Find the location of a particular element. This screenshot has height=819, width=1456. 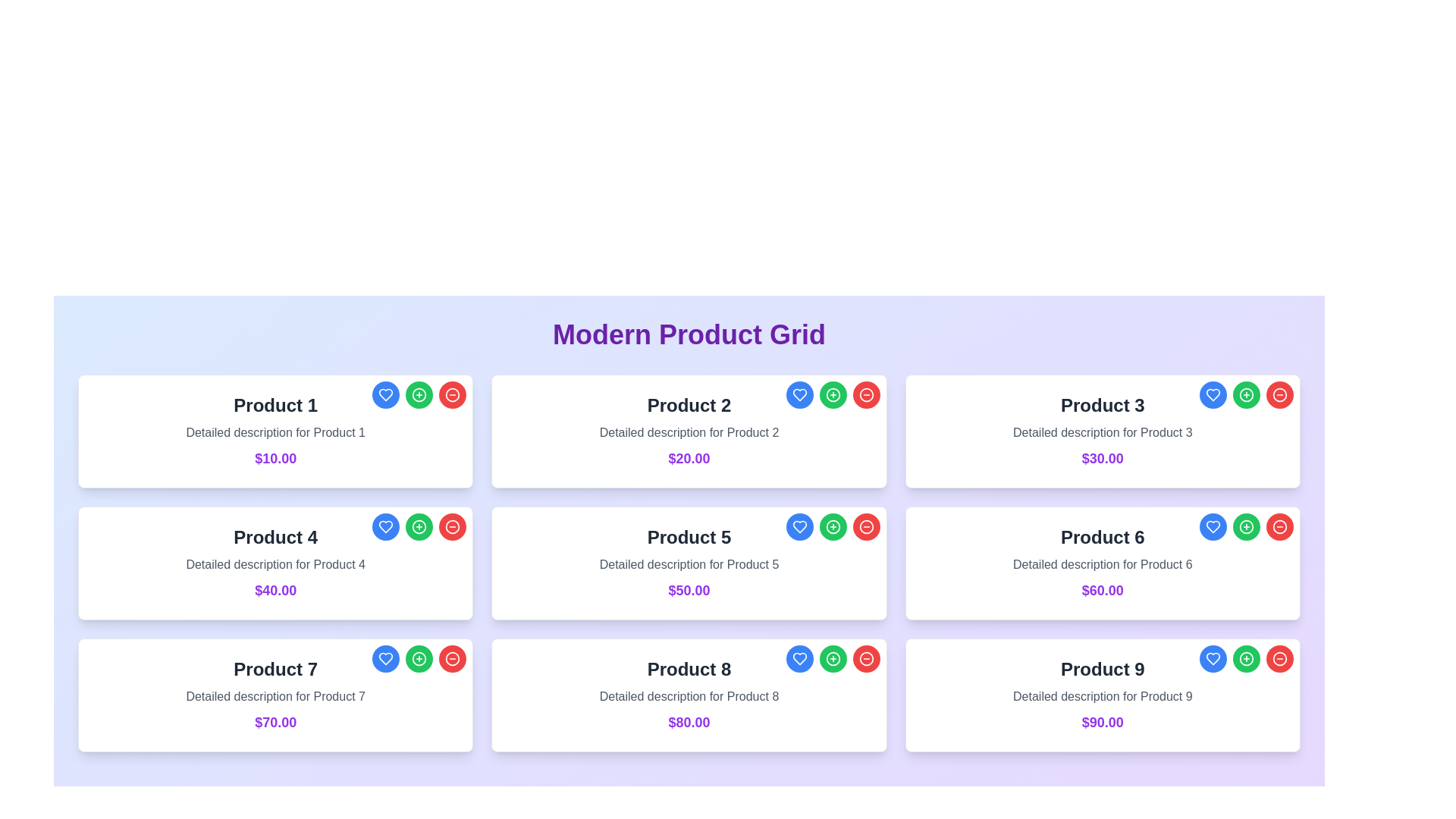

the product card displaying information about 'Product 4', located in the second row, first column of the grid layout is located at coordinates (275, 563).